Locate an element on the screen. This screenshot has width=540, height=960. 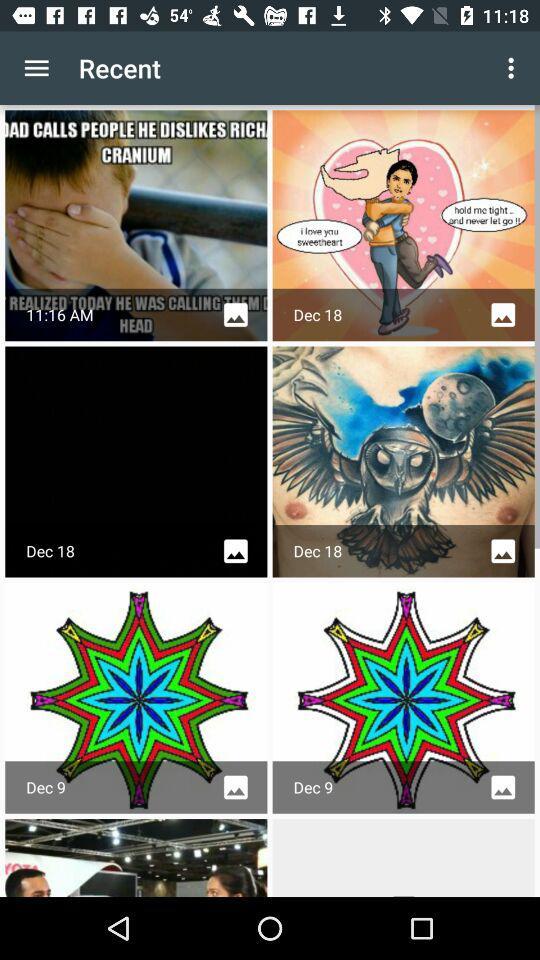
app next to the recent app is located at coordinates (513, 68).